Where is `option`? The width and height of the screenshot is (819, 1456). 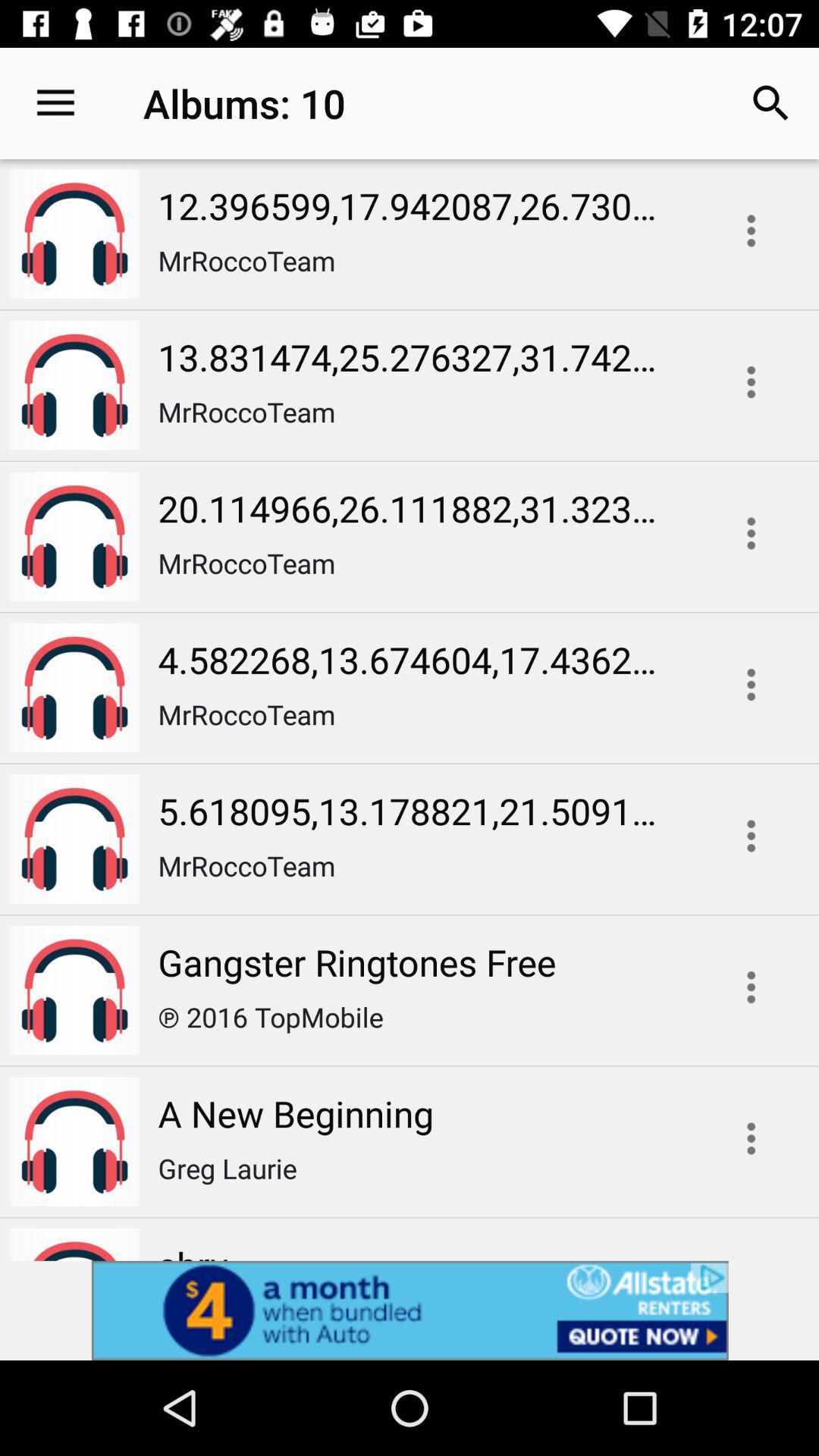 option is located at coordinates (751, 533).